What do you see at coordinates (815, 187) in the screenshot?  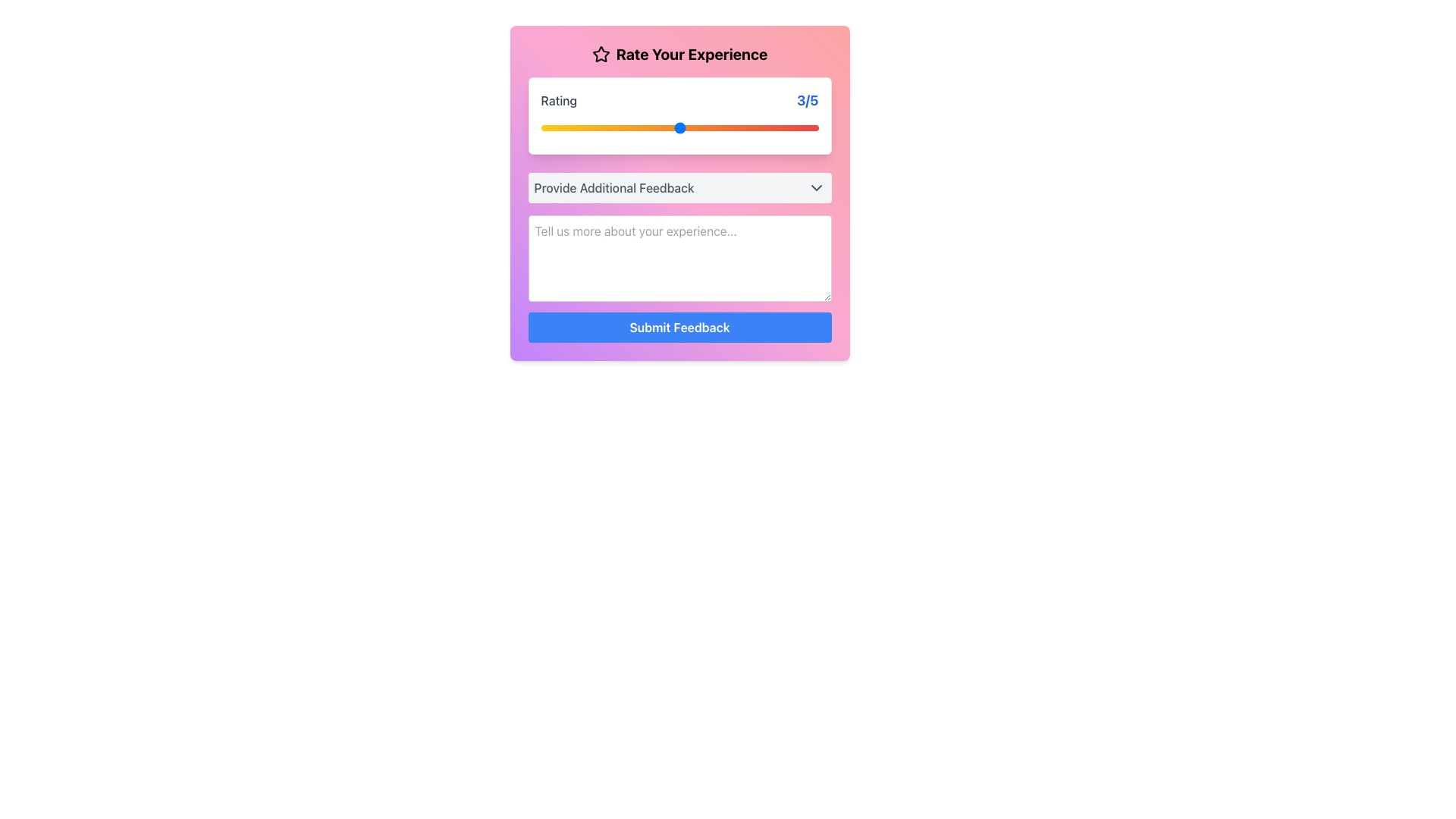 I see `the interactive dropdown arrow icon located to the right of the 'Provide Additional Feedback' text` at bounding box center [815, 187].